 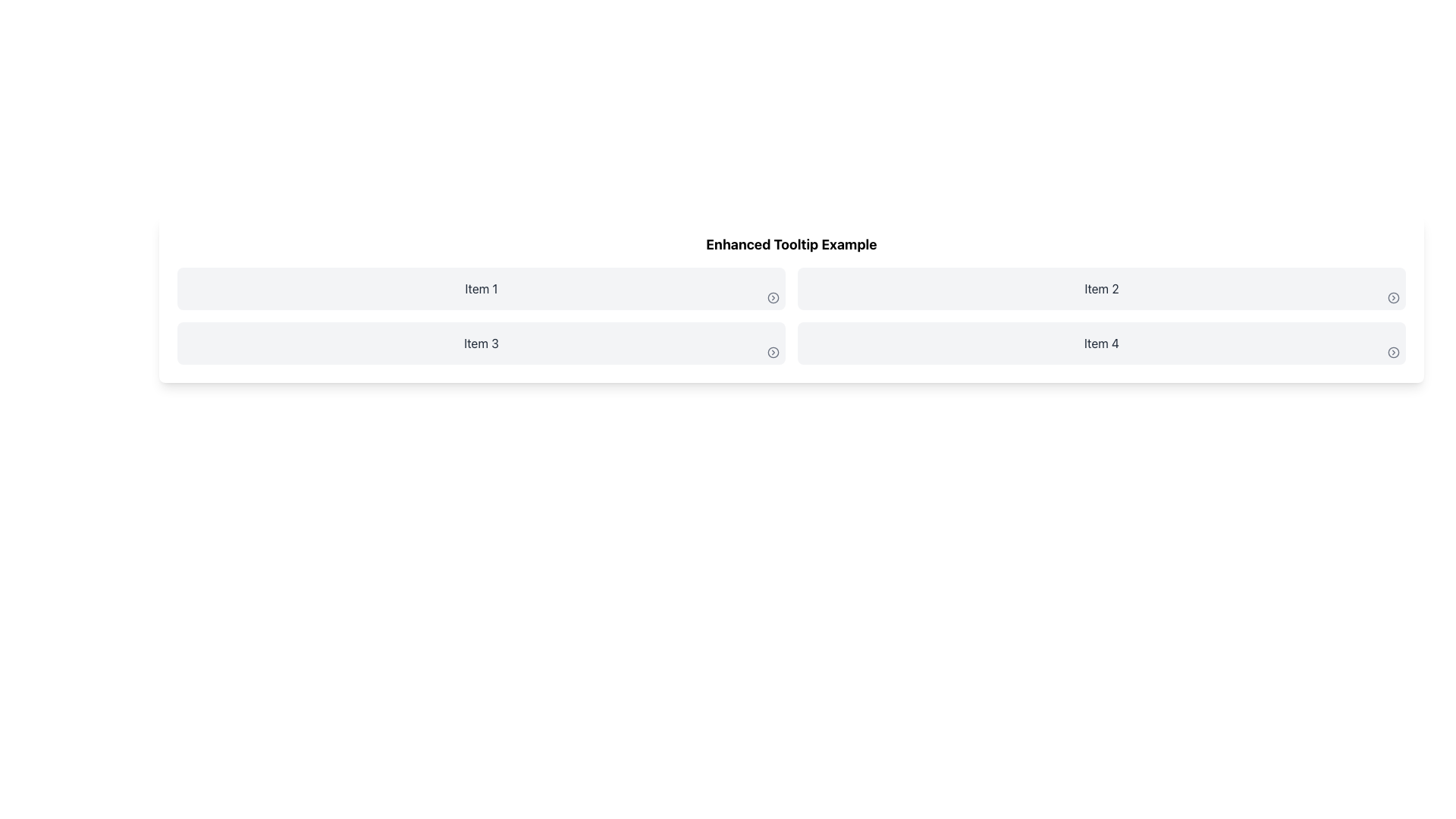 I want to click on the static label displaying 'Item 2', which is the second item in a horizontal list at the top row, so click(x=1102, y=289).